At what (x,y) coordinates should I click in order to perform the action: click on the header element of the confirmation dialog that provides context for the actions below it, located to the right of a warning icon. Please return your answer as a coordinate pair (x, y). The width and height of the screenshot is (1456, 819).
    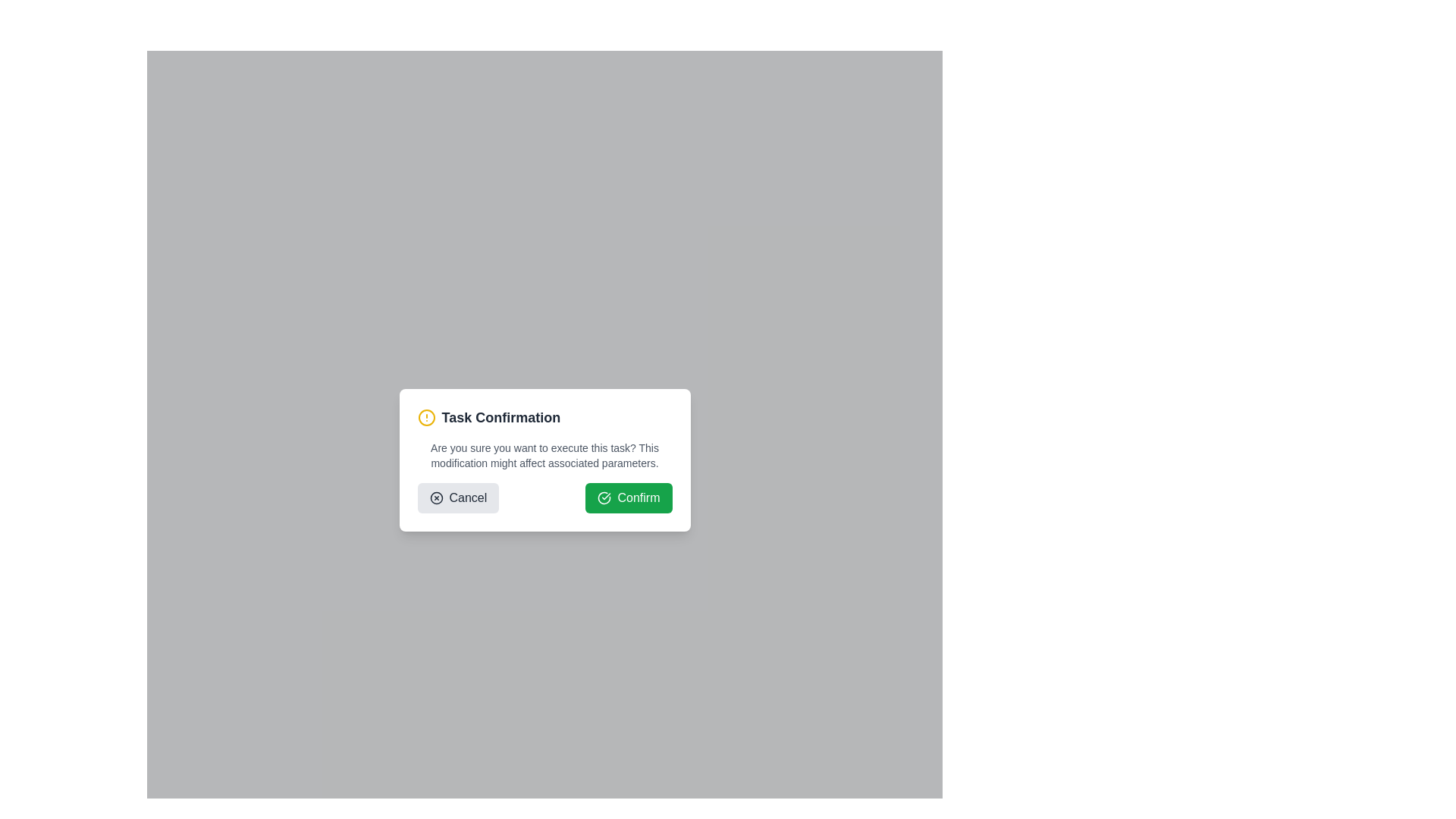
    Looking at the image, I should click on (500, 418).